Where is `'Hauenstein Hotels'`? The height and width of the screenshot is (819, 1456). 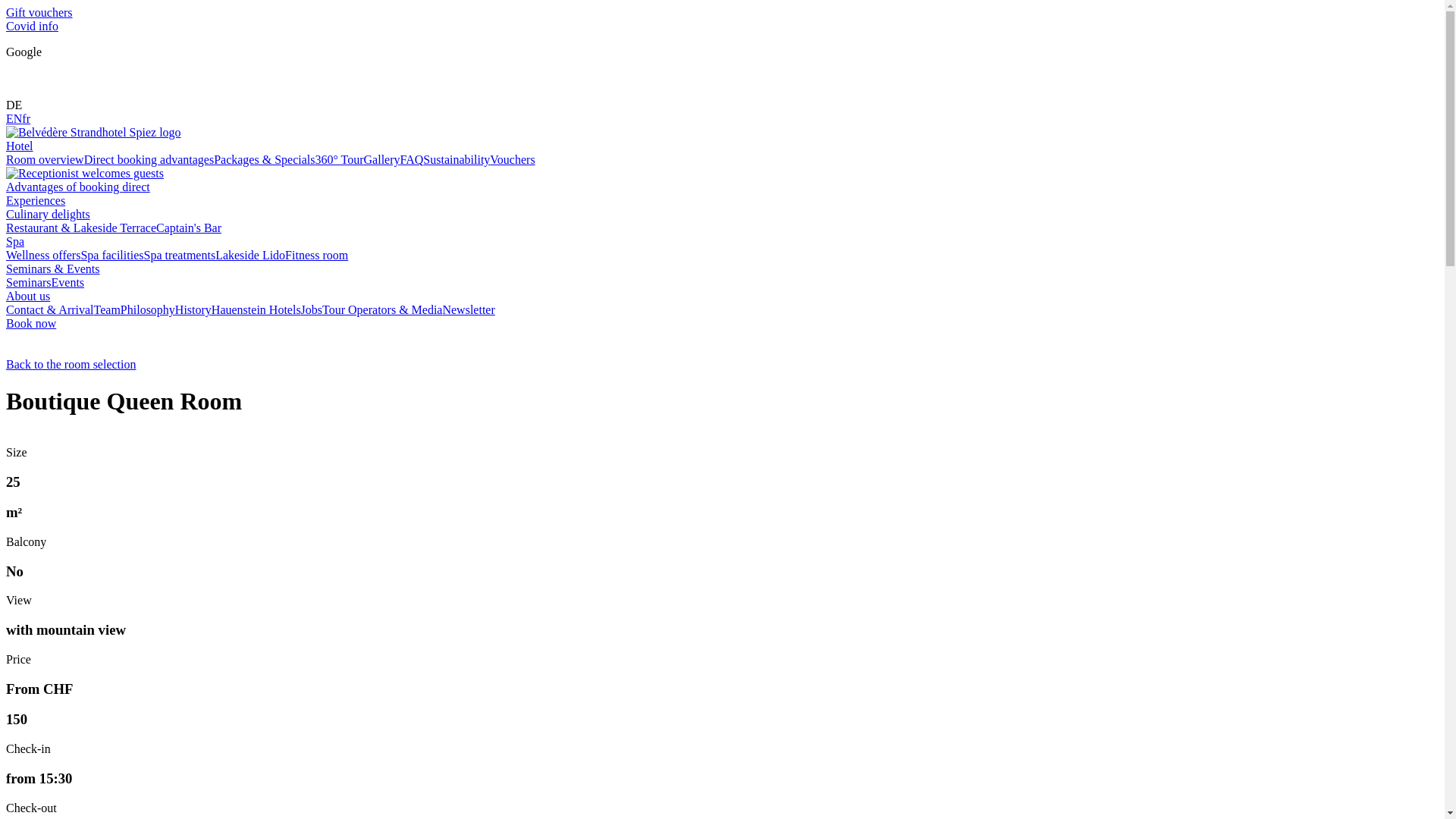 'Hauenstein Hotels' is located at coordinates (256, 309).